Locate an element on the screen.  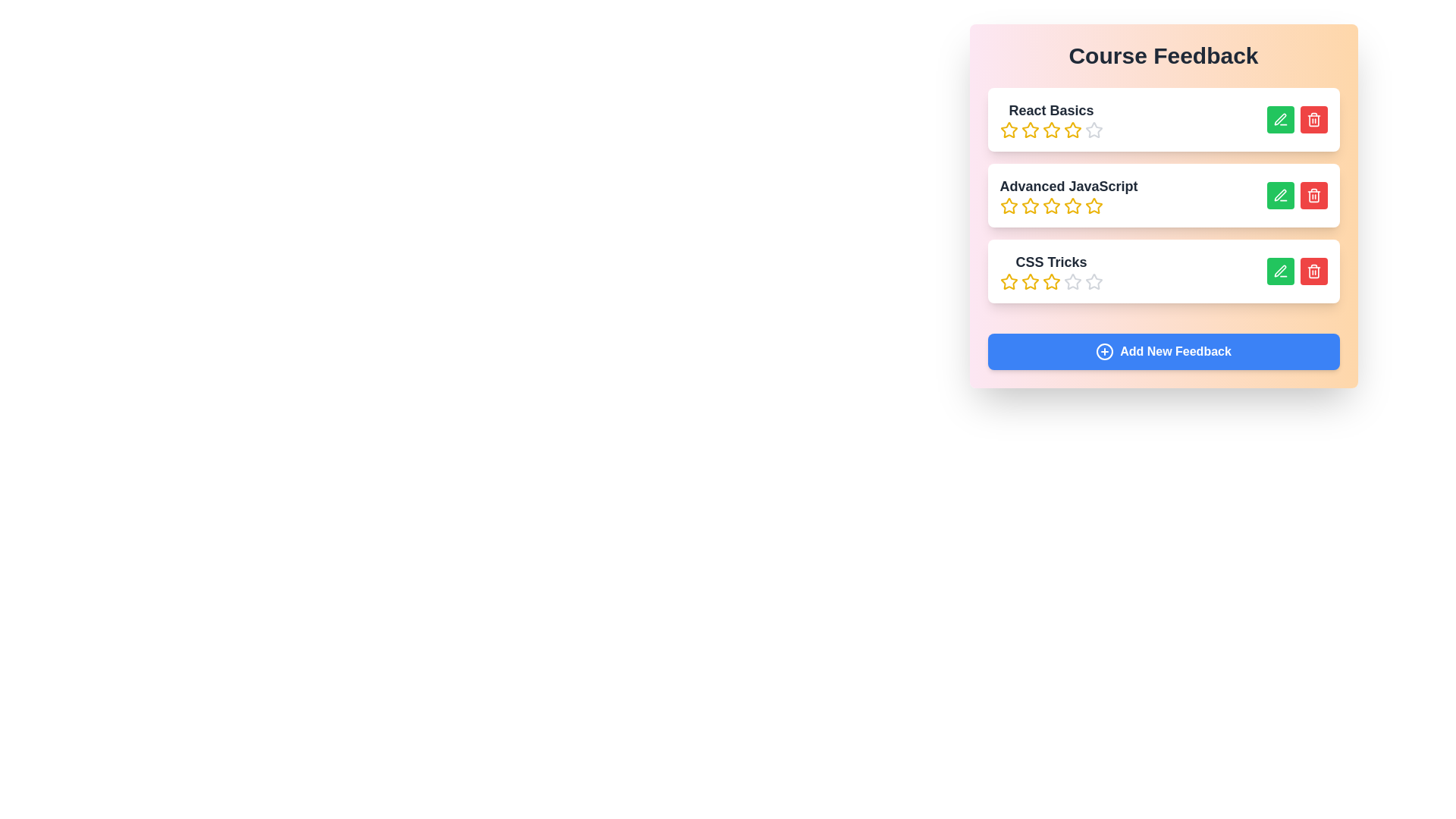
the 'Add New Feedback' button is located at coordinates (1163, 351).